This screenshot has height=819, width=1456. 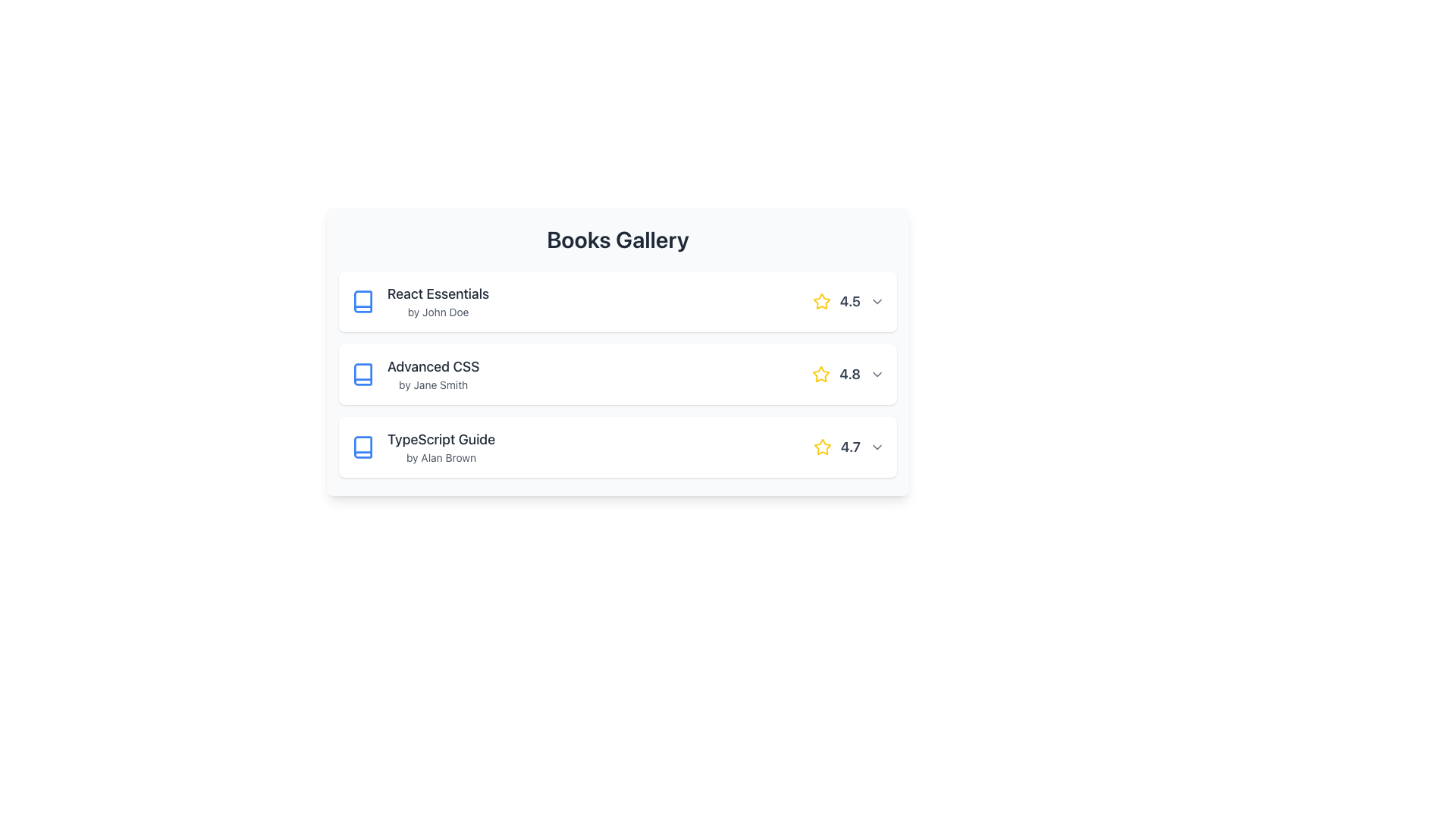 I want to click on the blue outlined book icon located beside the text 'TypeScript Guide' and 'by Alan Brown' within the third item of a list, so click(x=362, y=447).